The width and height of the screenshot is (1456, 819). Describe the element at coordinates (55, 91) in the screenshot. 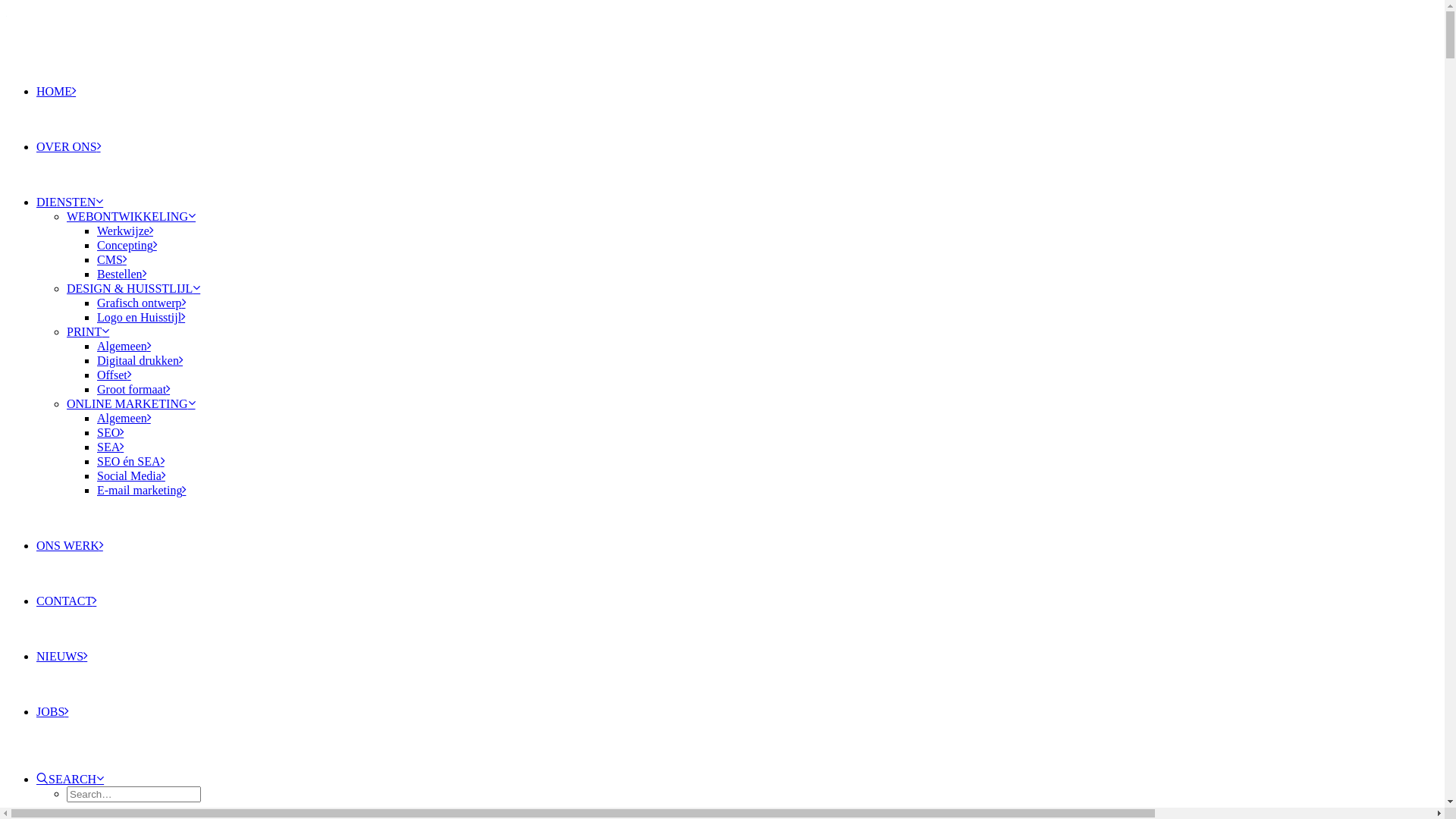

I see `'HOME'` at that location.